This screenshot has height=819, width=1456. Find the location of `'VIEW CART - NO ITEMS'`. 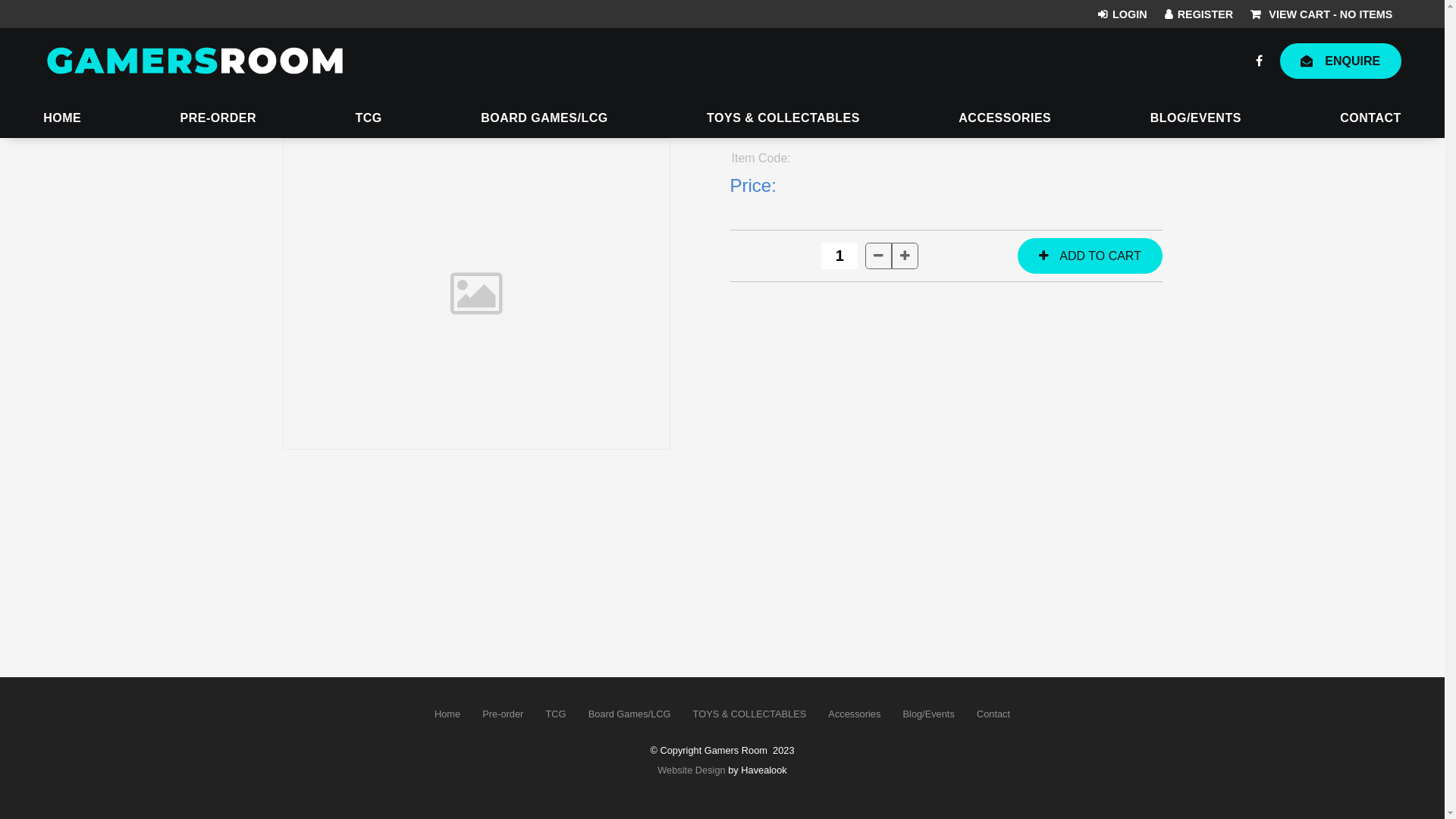

'VIEW CART - NO ITEMS' is located at coordinates (1320, 14).